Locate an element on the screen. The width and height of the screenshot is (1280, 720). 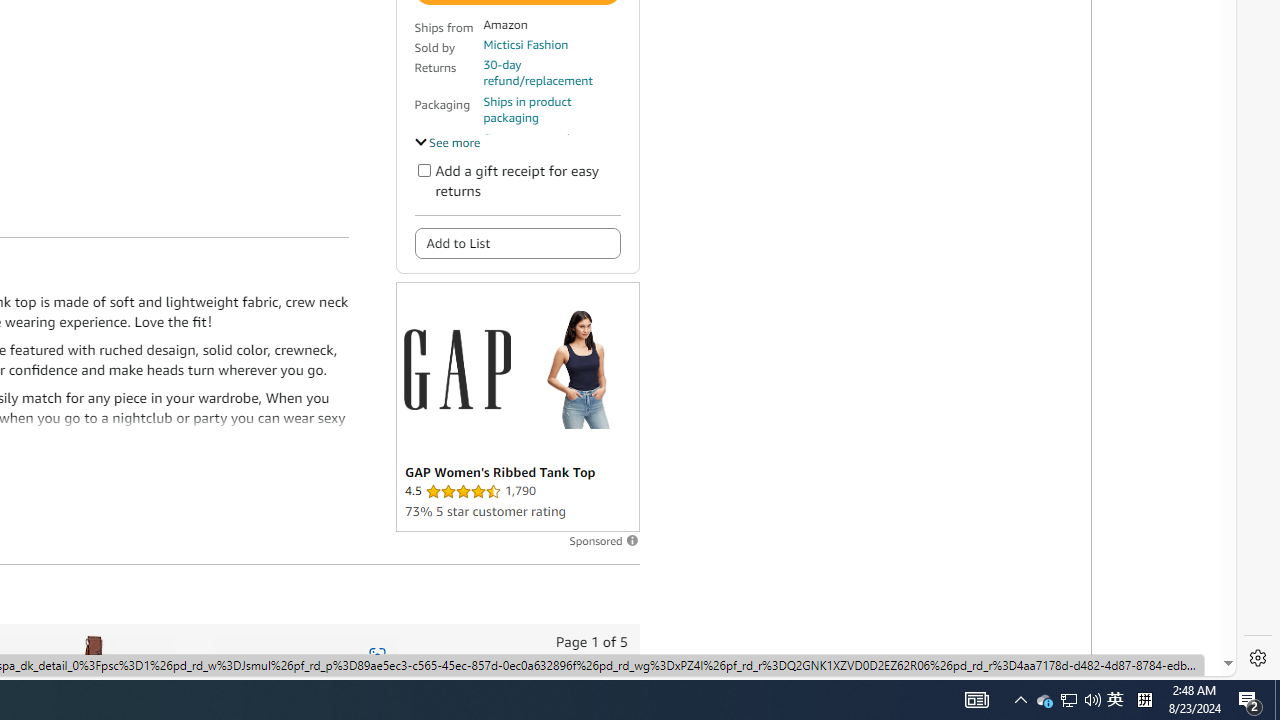
'Sponsored ad' is located at coordinates (517, 406).